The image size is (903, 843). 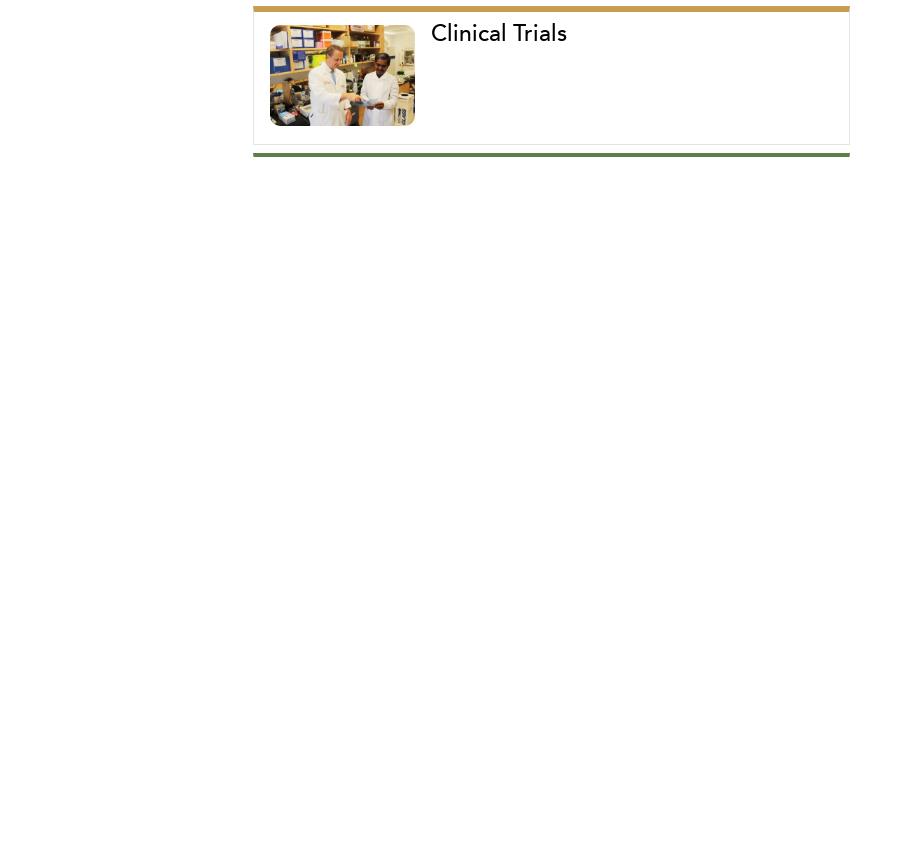 What do you see at coordinates (26, 184) in the screenshot?
I see `'CONNECT WITH US'` at bounding box center [26, 184].